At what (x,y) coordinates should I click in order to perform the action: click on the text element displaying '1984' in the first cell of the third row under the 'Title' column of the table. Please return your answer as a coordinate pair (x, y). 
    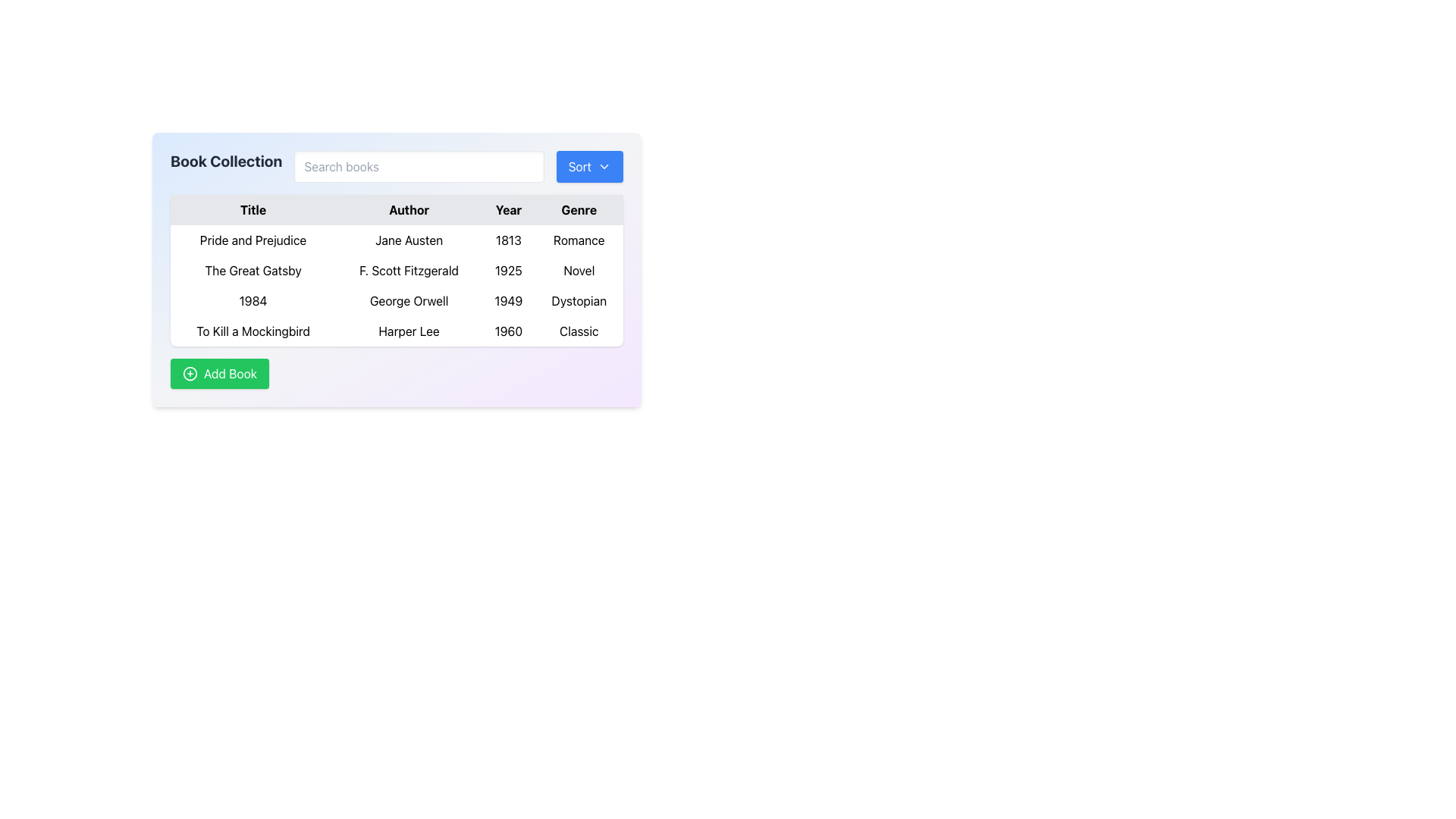
    Looking at the image, I should click on (253, 301).